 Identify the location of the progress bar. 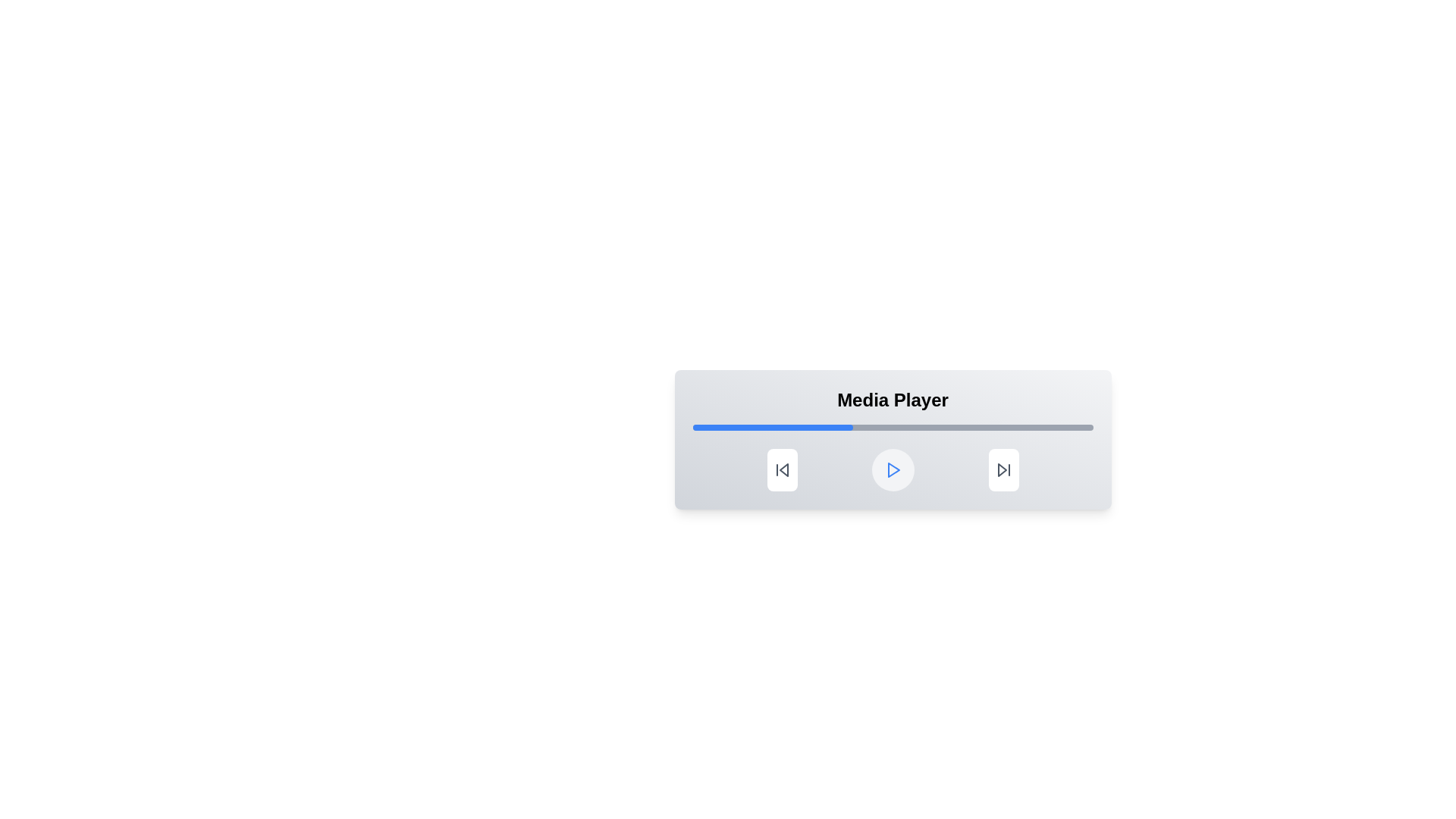
(852, 427).